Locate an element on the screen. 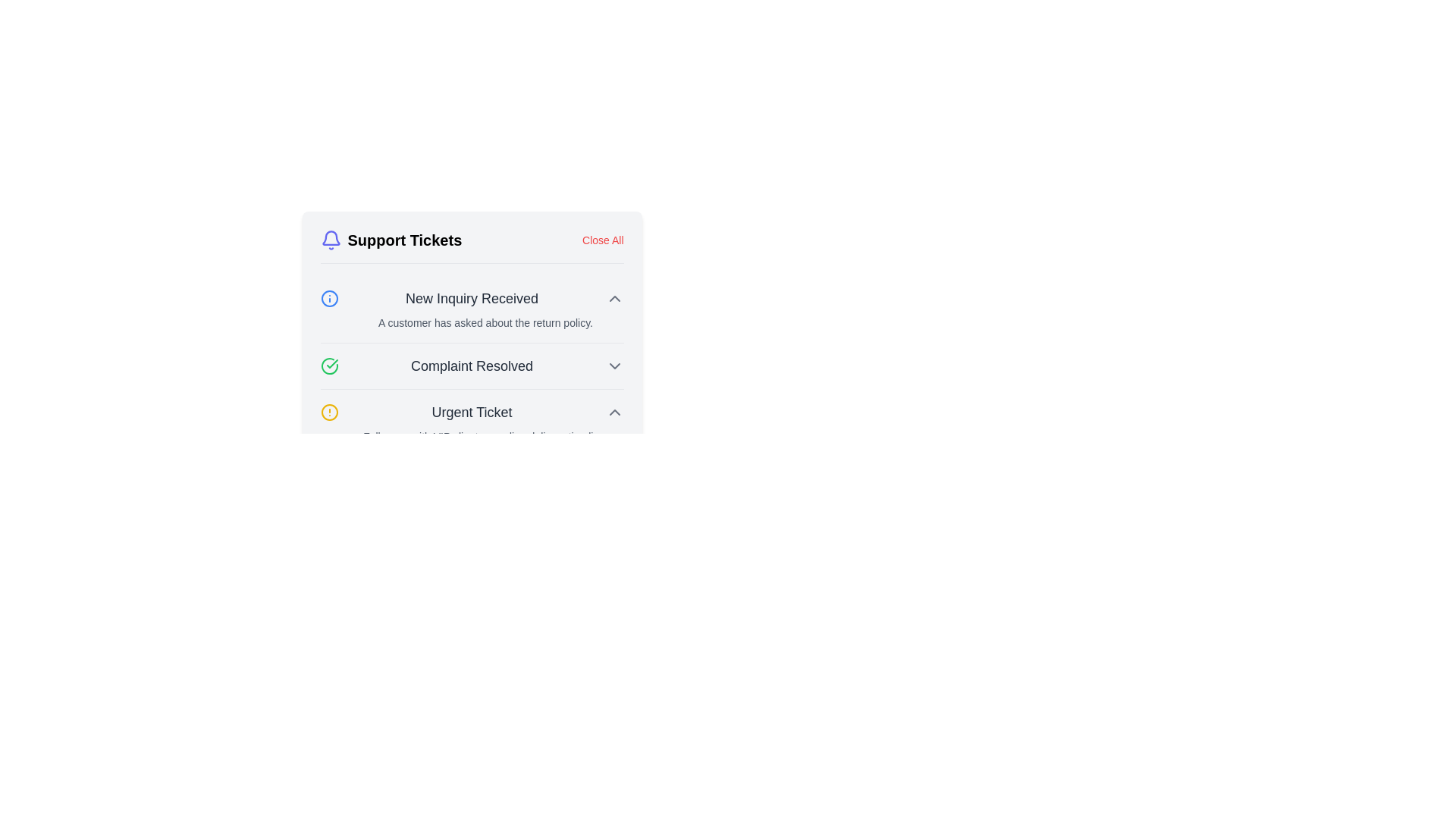 This screenshot has height=819, width=1456. the 'Complaint Resolved' list item is located at coordinates (471, 366).